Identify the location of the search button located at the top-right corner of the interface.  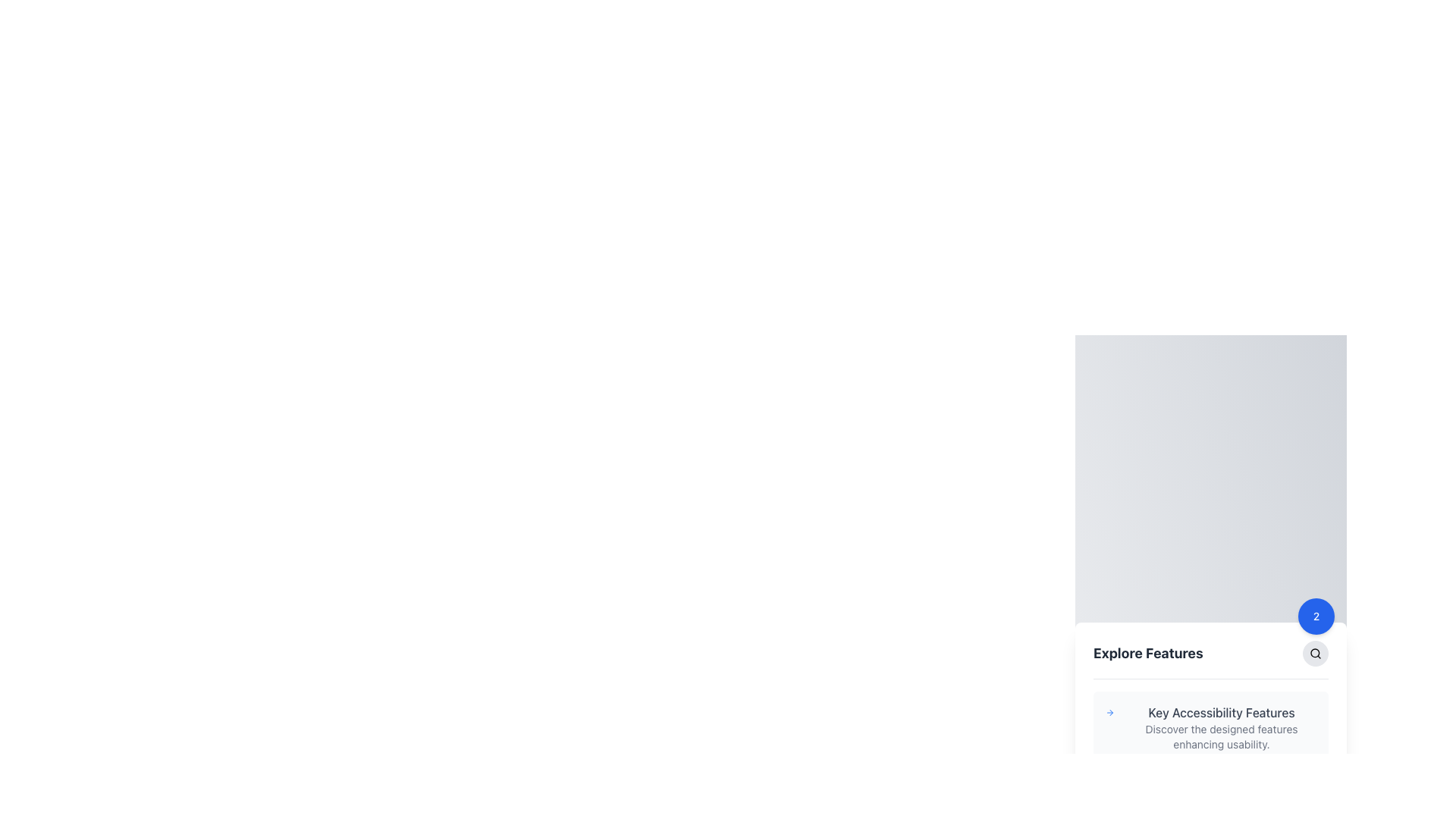
(1314, 651).